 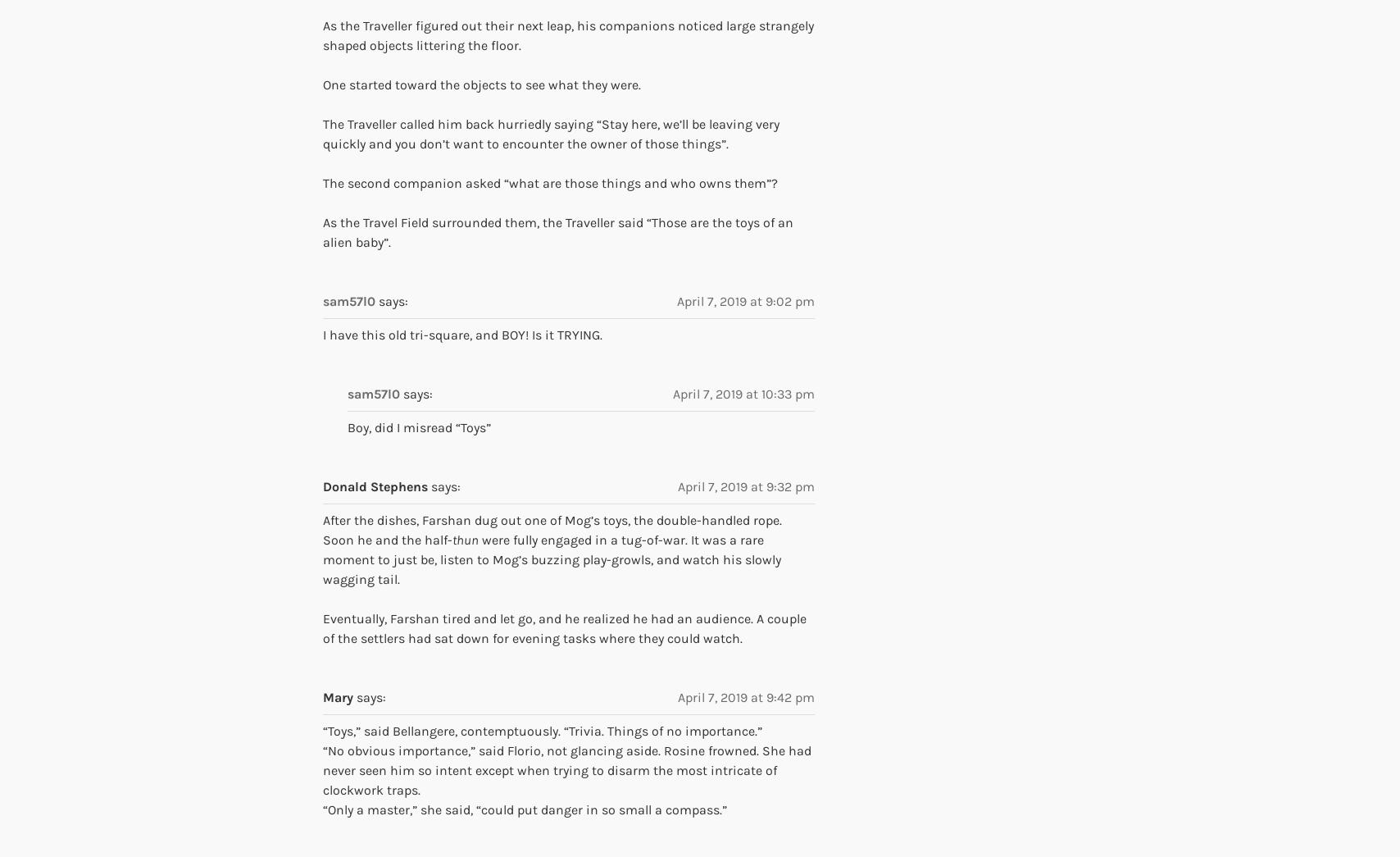 What do you see at coordinates (557, 231) in the screenshot?
I see `'As the Travel Field surrounded them, the Traveller said “Those are the toys of an alien baby”.'` at bounding box center [557, 231].